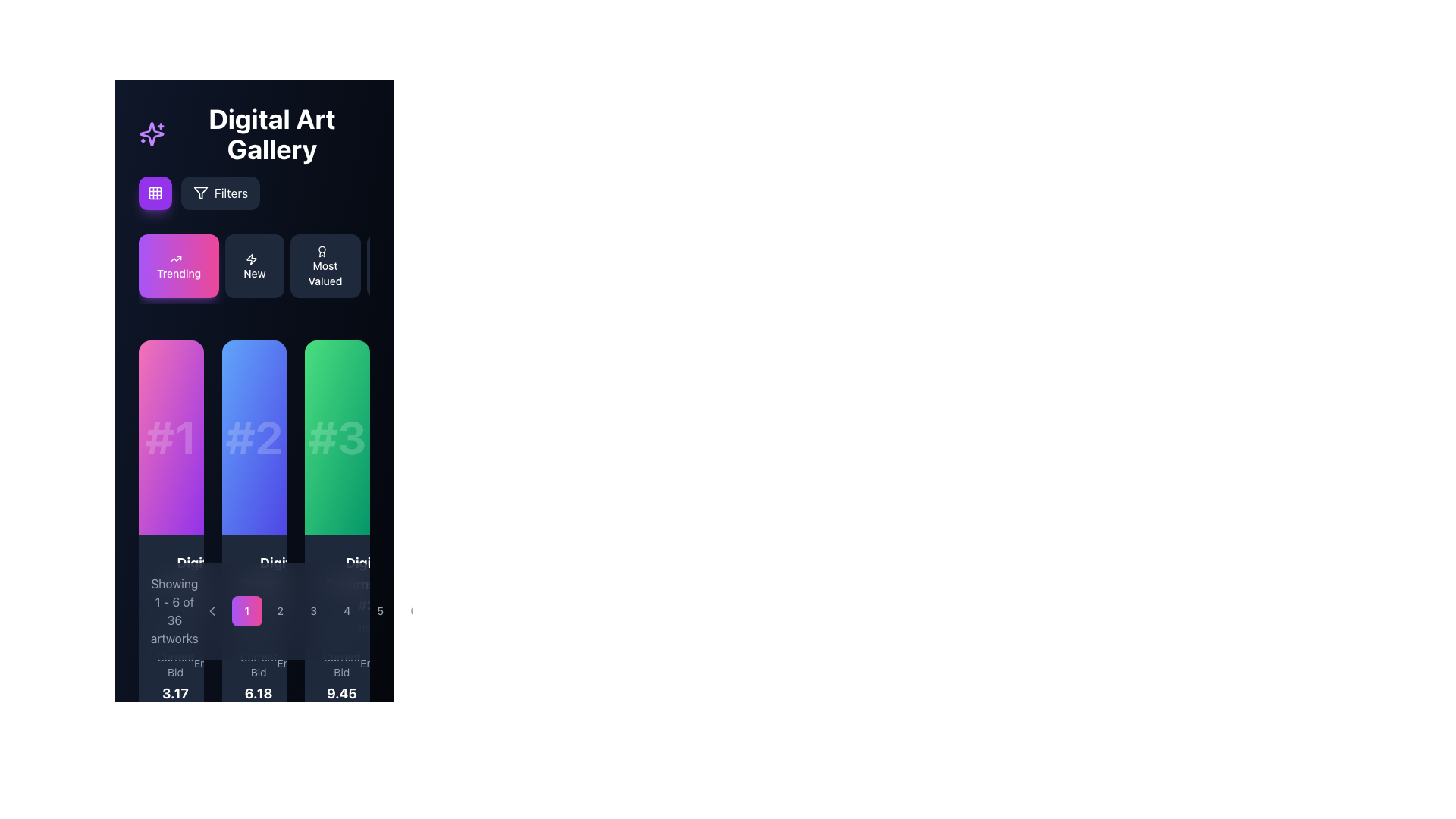 The height and width of the screenshot is (819, 1456). I want to click on the rightward arrow button located on the right side of the pagination interface, so click(447, 610).